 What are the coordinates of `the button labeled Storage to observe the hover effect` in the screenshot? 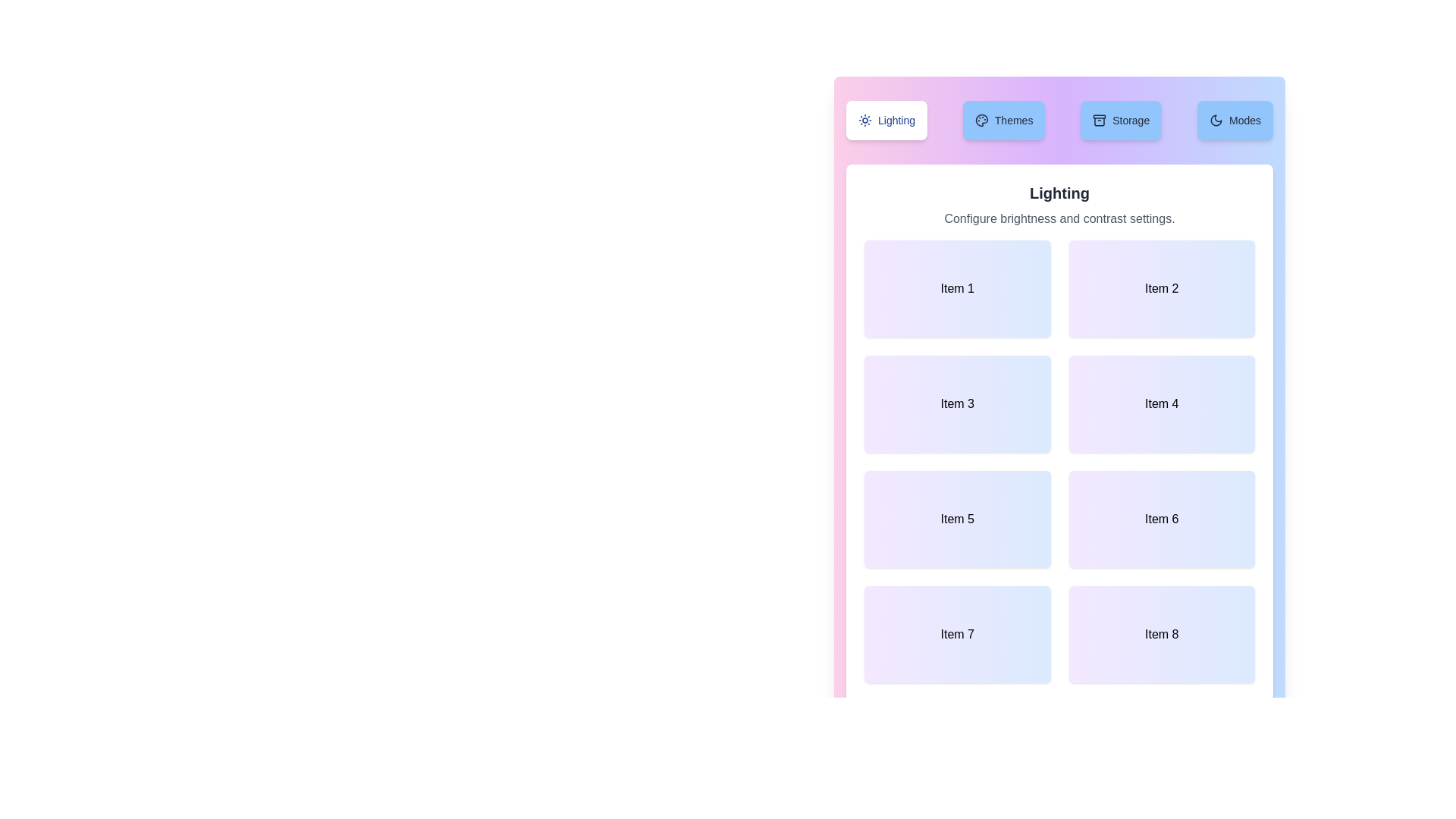 It's located at (1121, 119).